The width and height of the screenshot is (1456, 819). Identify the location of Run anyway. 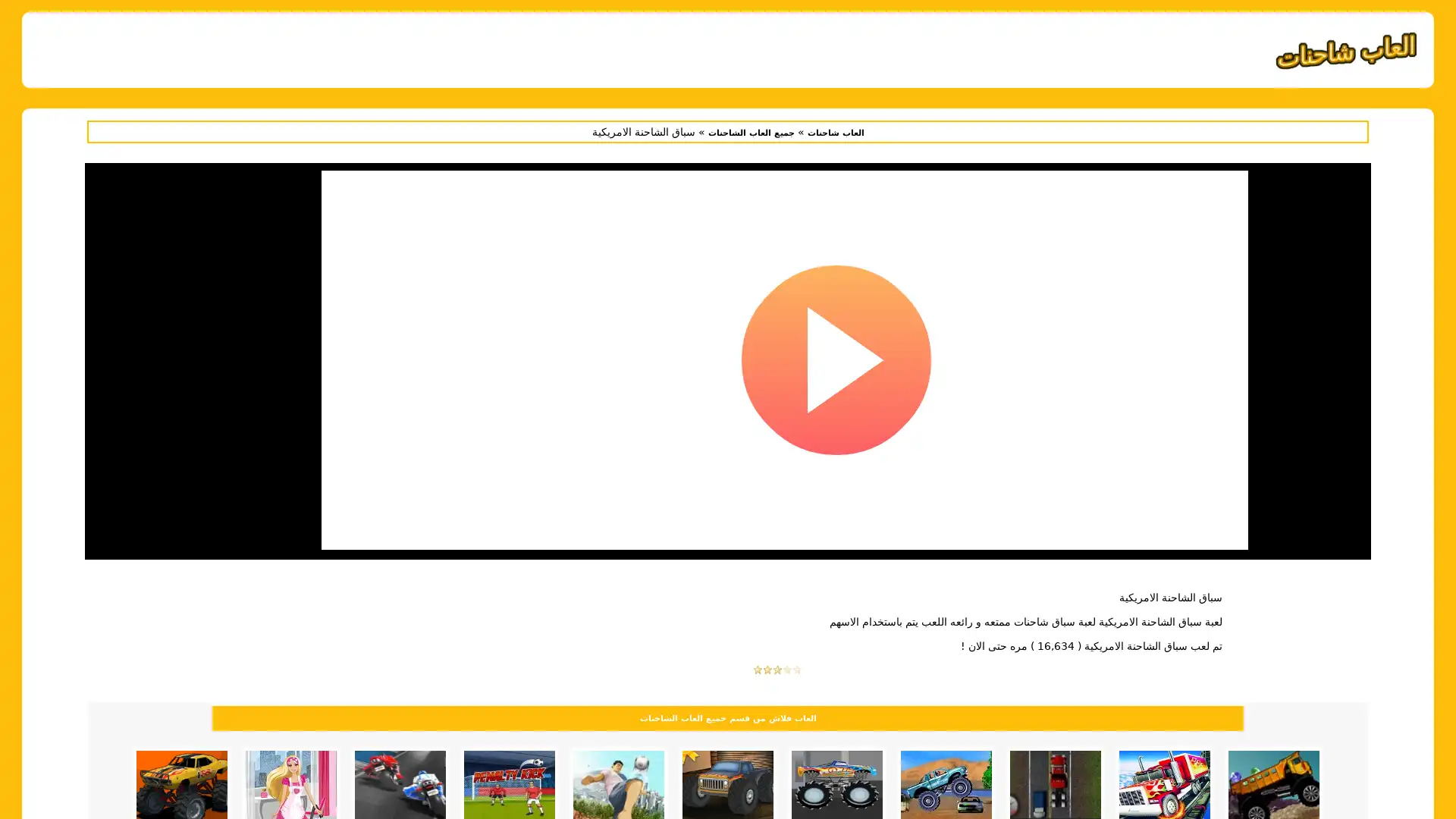
(784, 379).